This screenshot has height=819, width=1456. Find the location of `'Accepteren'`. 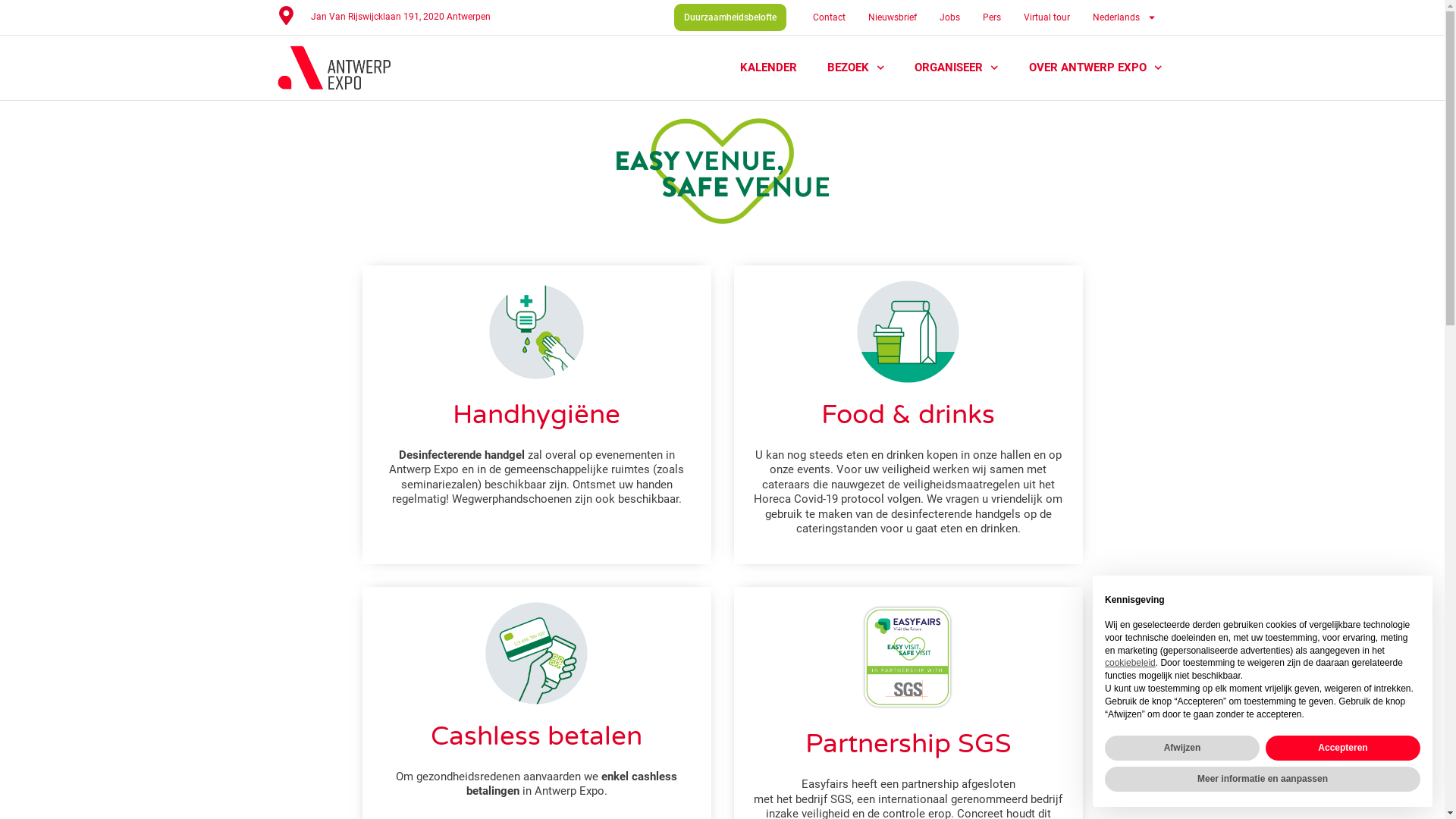

'Accepteren' is located at coordinates (1343, 747).